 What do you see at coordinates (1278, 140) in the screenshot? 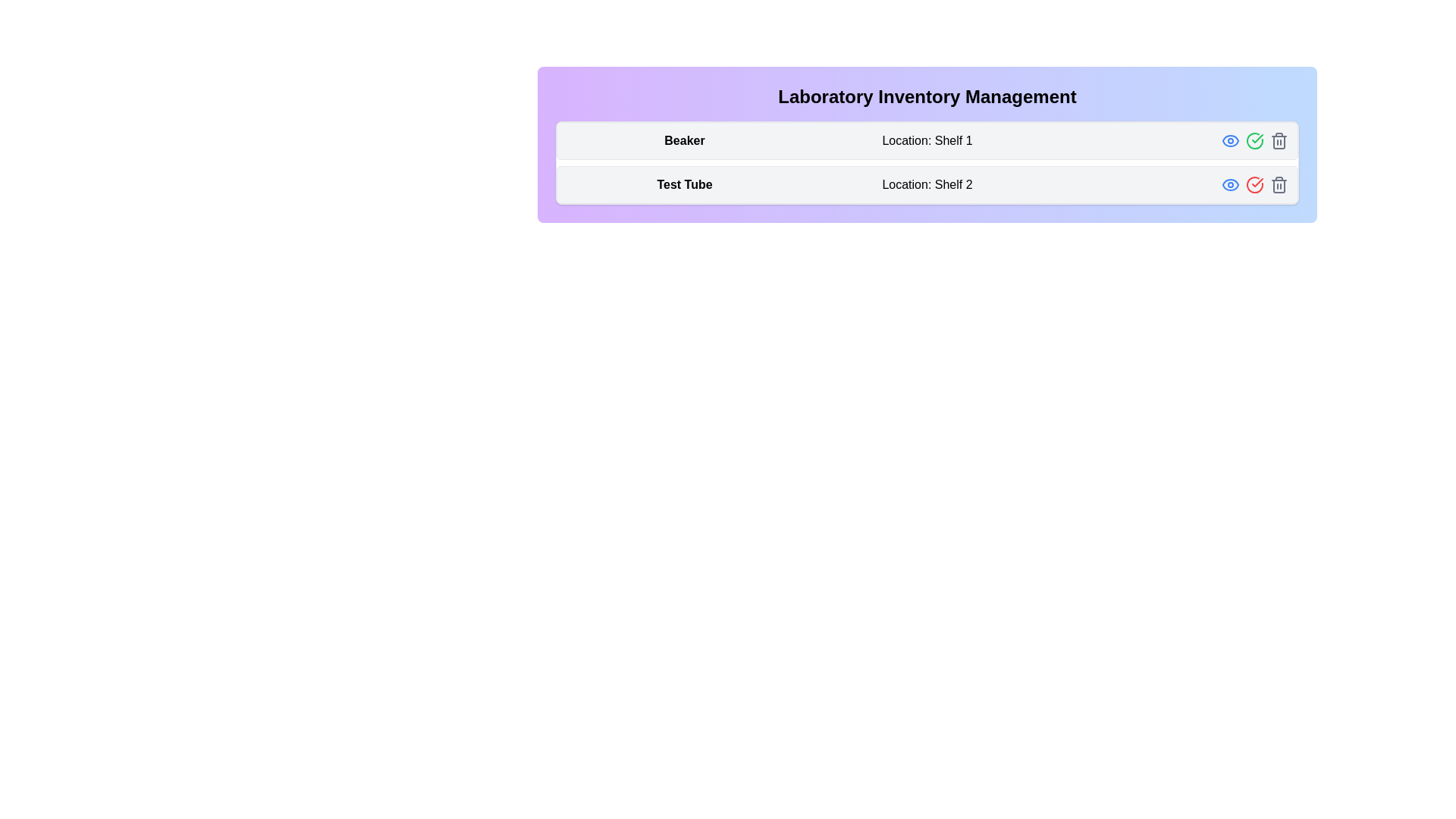
I see `the trash icon for the inventory item Beaker` at bounding box center [1278, 140].